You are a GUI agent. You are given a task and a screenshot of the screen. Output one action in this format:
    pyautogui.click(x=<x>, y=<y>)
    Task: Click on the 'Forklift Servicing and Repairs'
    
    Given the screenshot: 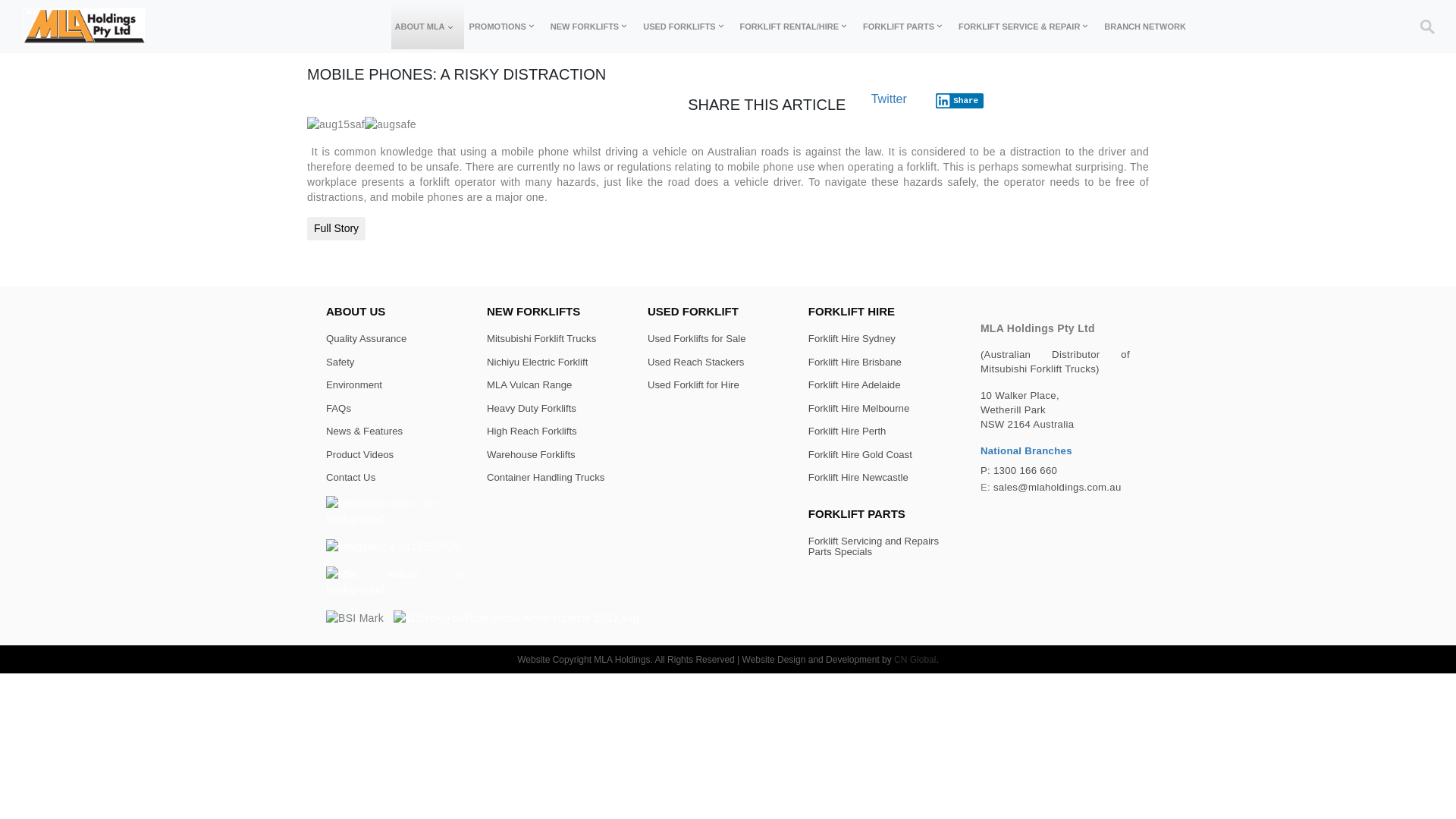 What is the action you would take?
    pyautogui.click(x=874, y=540)
    